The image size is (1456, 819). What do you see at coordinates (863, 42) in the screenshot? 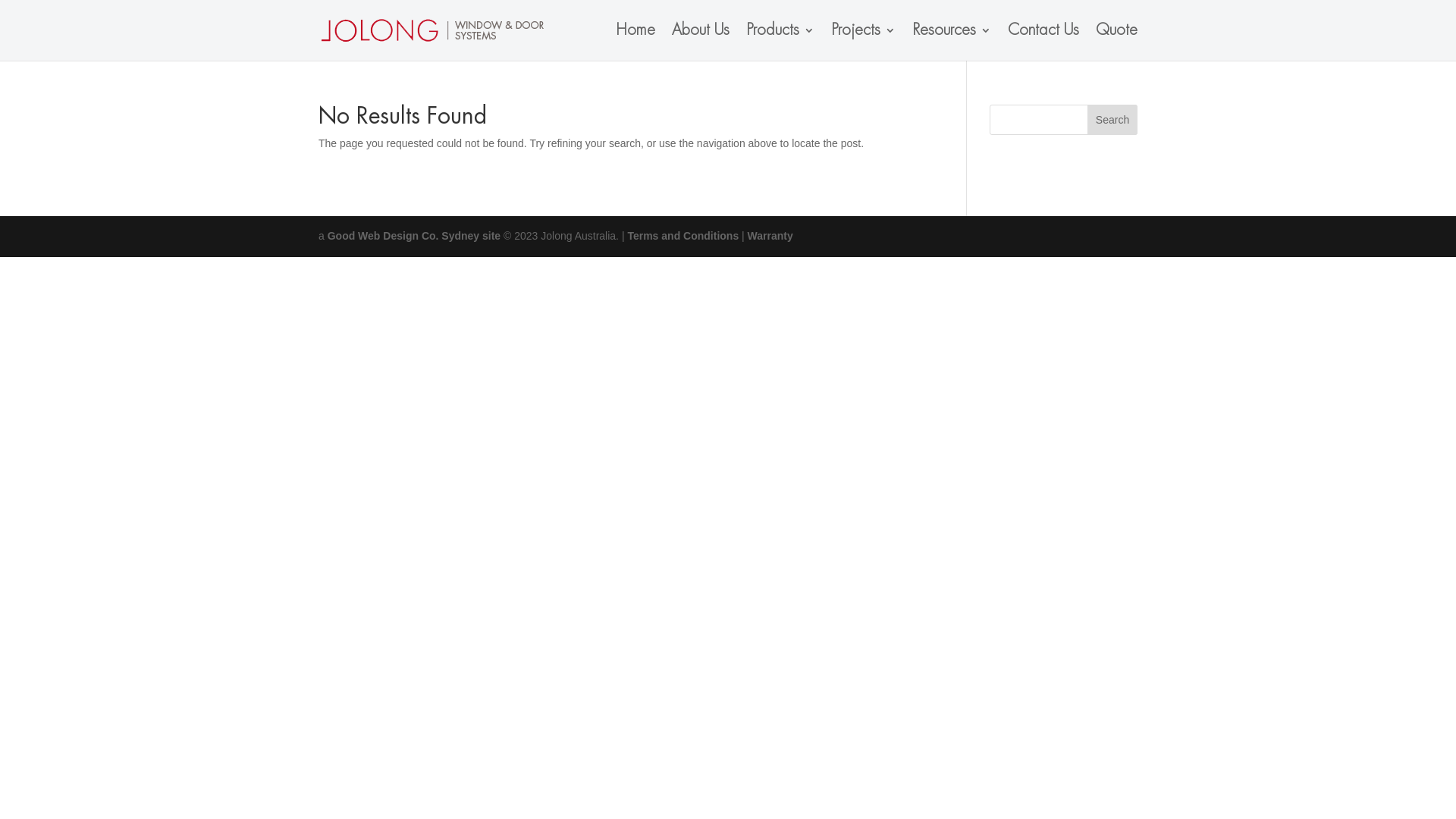
I see `'Projects'` at bounding box center [863, 42].